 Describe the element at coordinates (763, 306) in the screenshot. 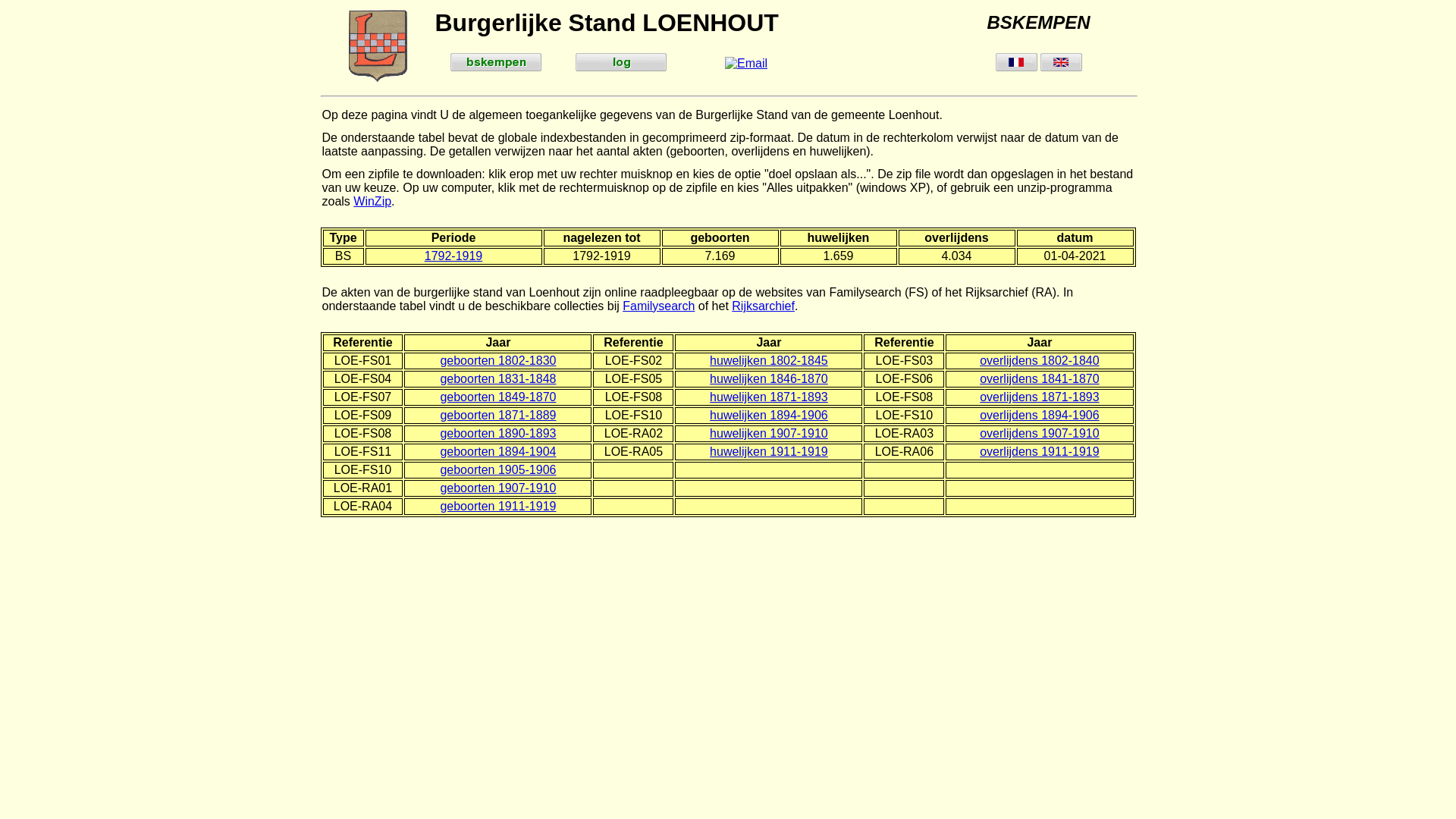

I see `'Rijksarchief'` at that location.